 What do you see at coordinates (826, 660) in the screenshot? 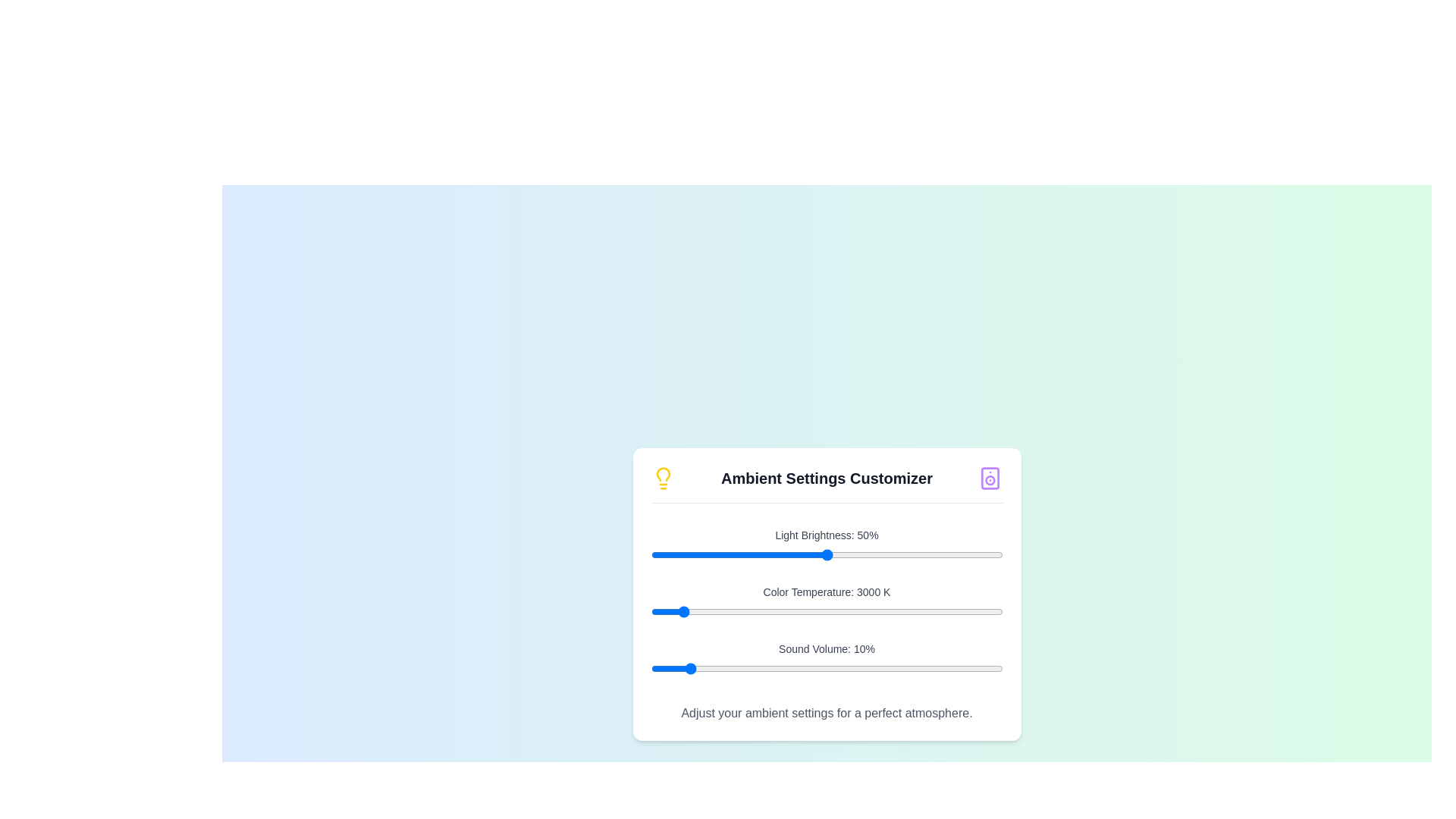
I see `directly on the volume input slider located below the 'Color Temperature: 3000 K' slider to set the volume level` at bounding box center [826, 660].